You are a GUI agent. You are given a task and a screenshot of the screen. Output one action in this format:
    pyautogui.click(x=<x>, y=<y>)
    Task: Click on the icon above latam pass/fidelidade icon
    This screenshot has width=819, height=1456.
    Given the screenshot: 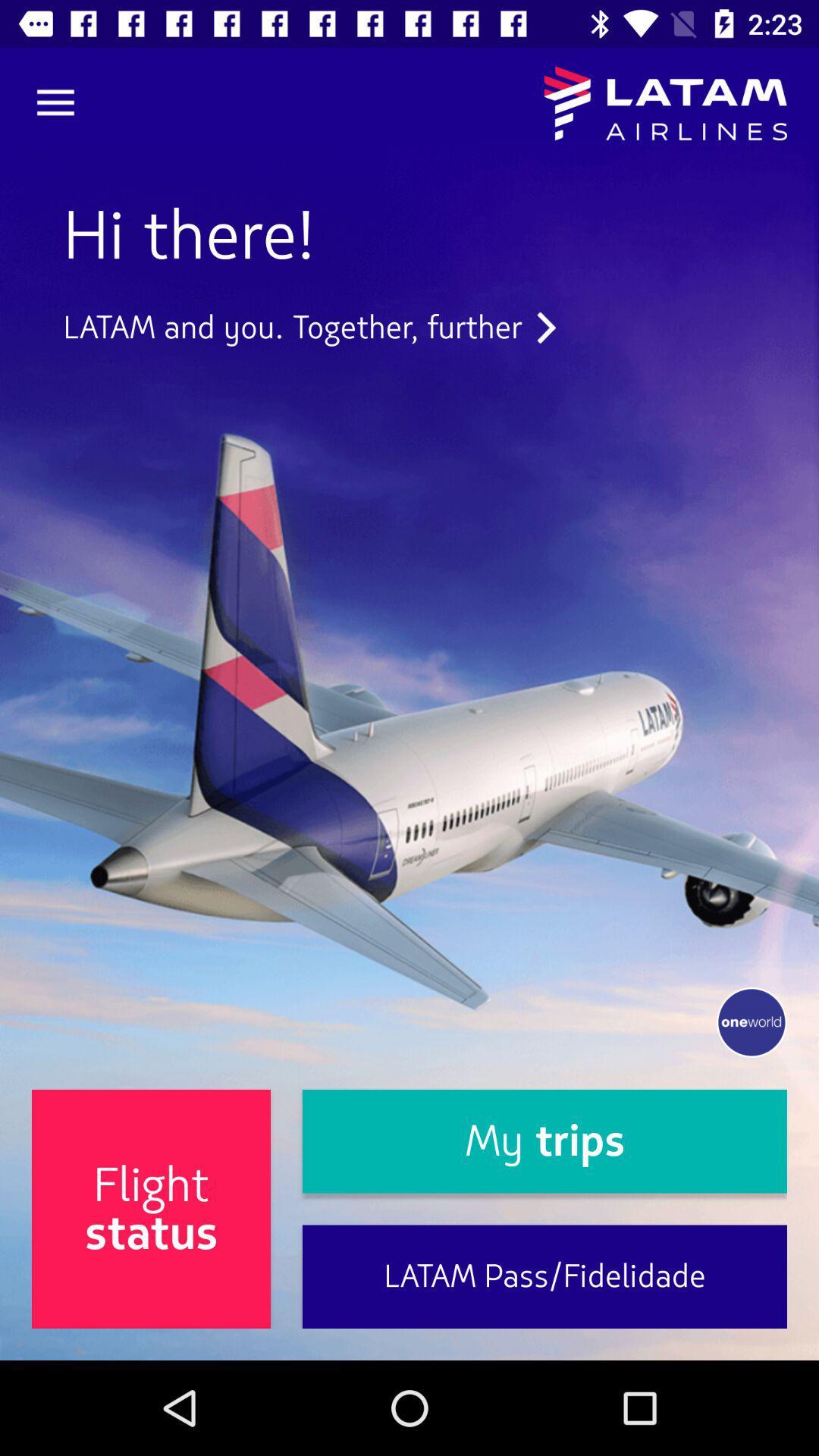 What is the action you would take?
    pyautogui.click(x=544, y=1141)
    